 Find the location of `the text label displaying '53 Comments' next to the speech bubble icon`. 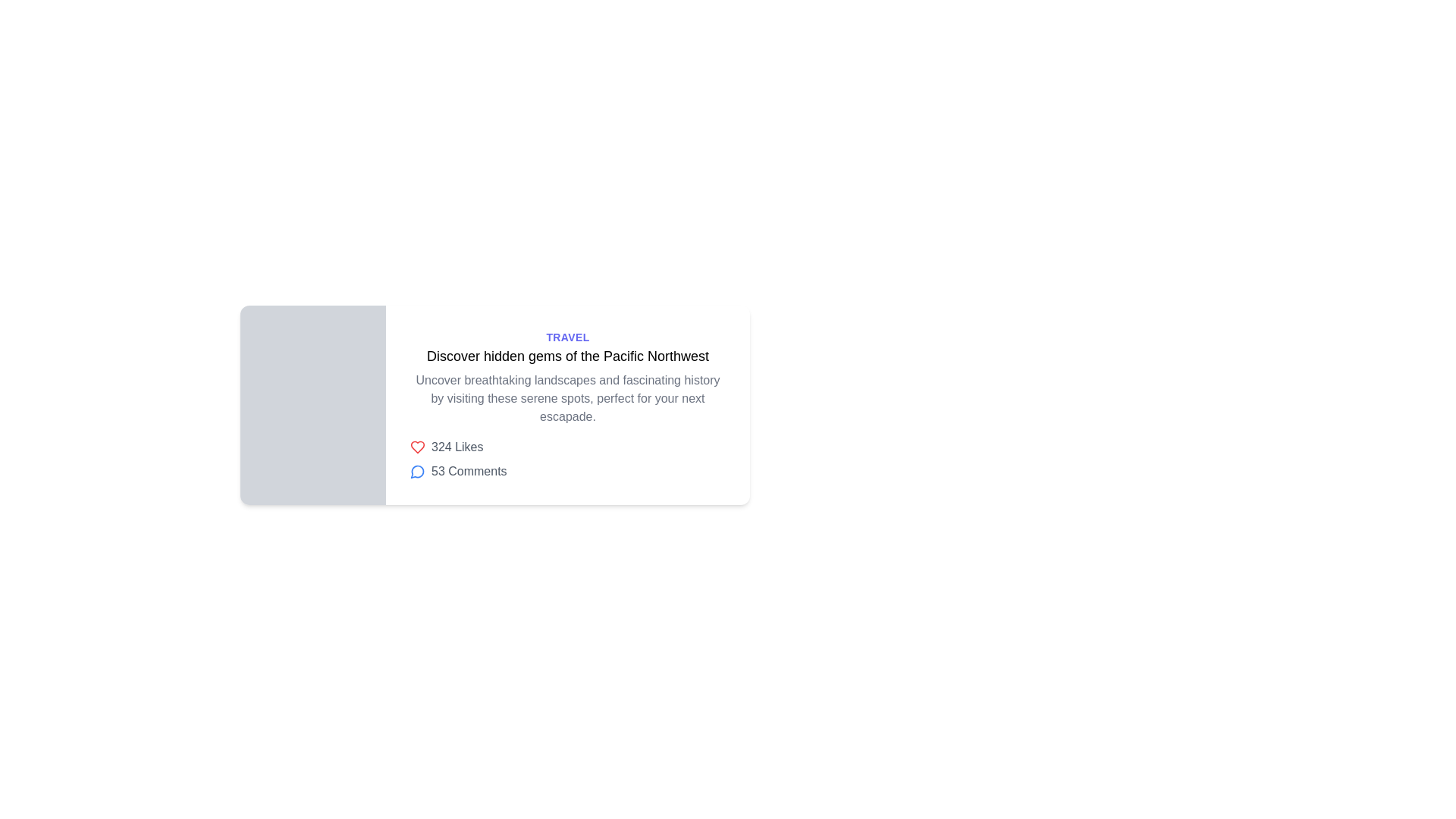

the text label displaying '53 Comments' next to the speech bubble icon is located at coordinates (468, 470).